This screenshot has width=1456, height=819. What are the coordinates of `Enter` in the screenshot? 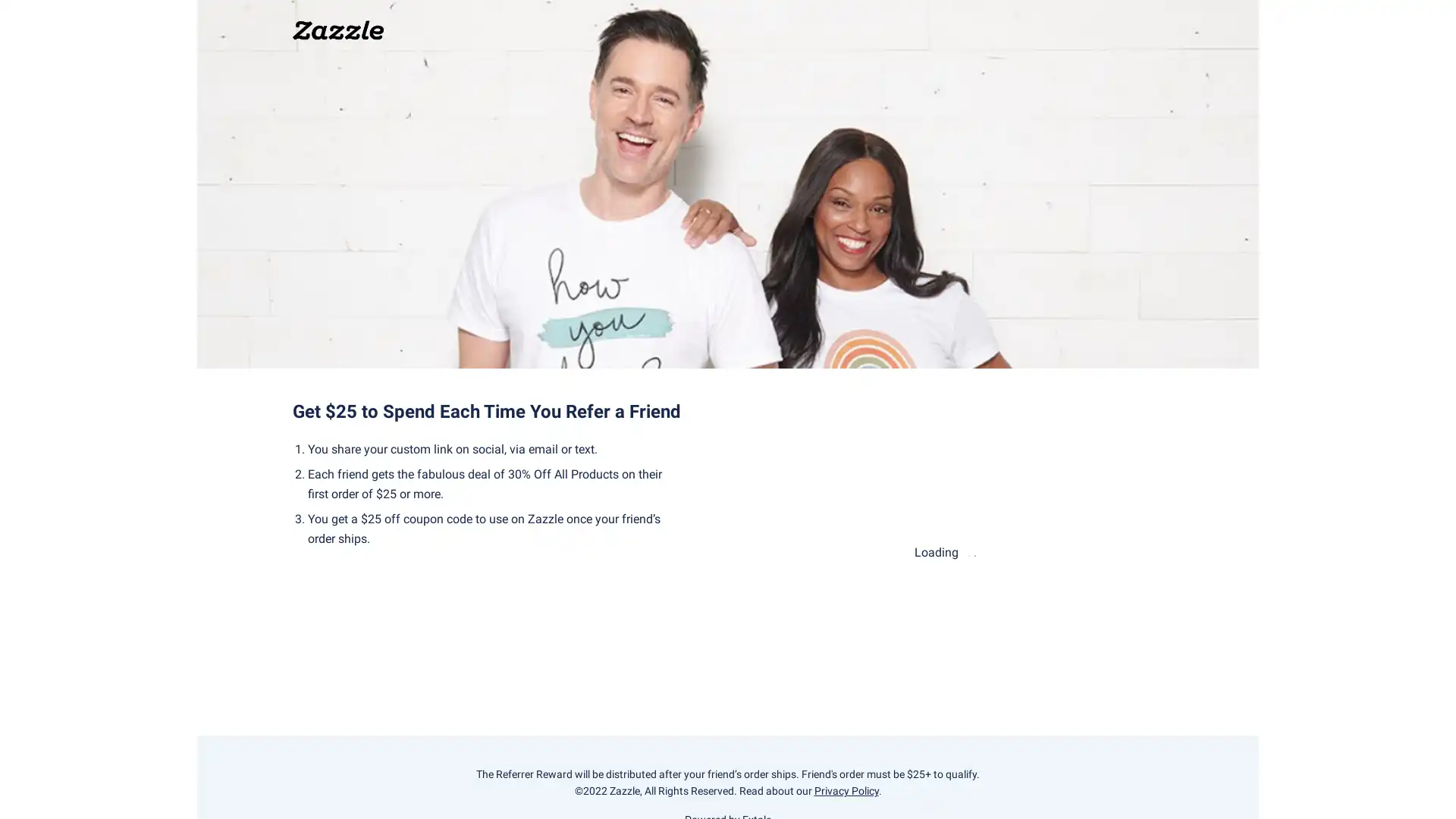 It's located at (1114, 475).